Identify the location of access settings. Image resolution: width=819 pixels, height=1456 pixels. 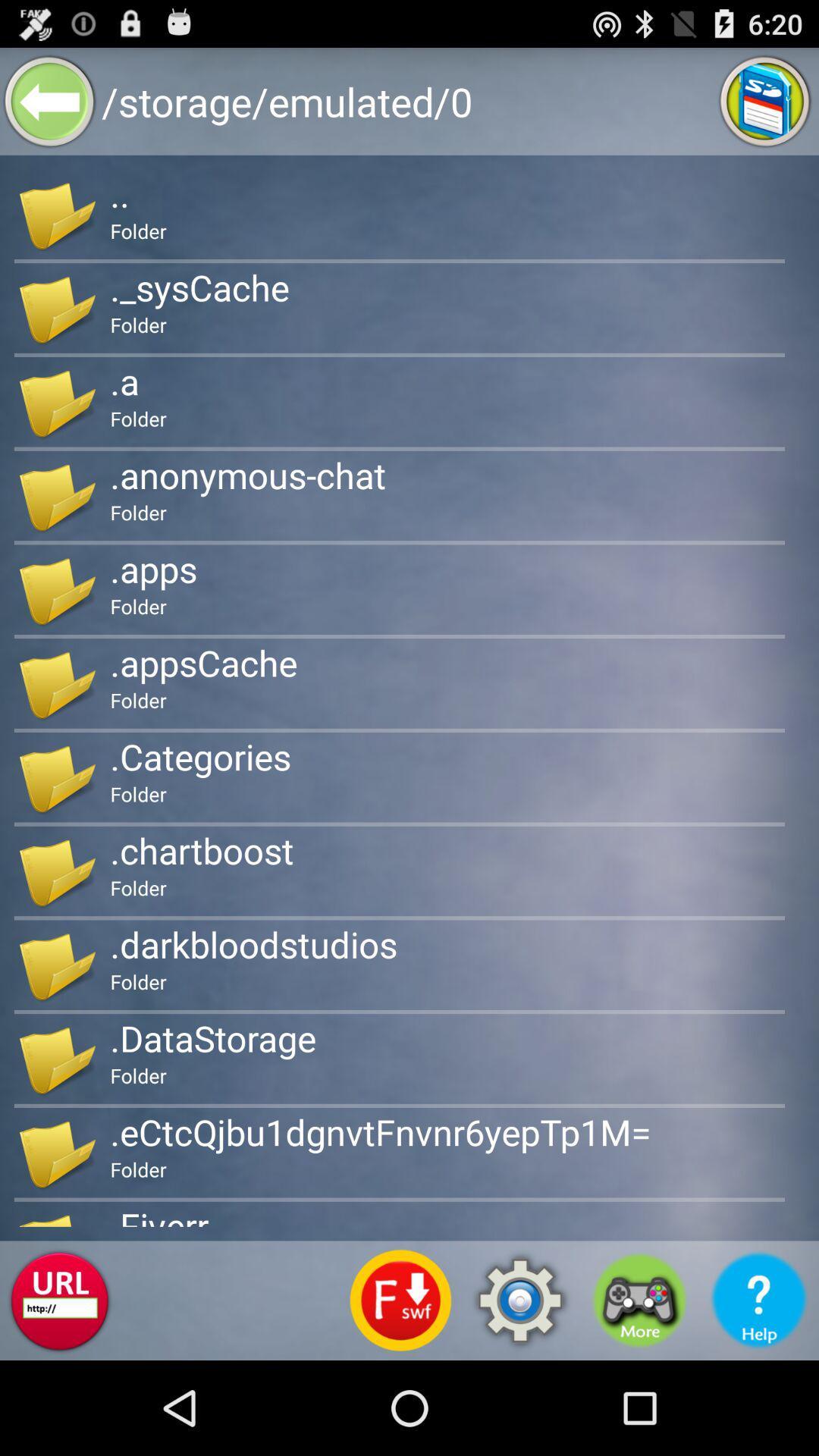
(519, 1300).